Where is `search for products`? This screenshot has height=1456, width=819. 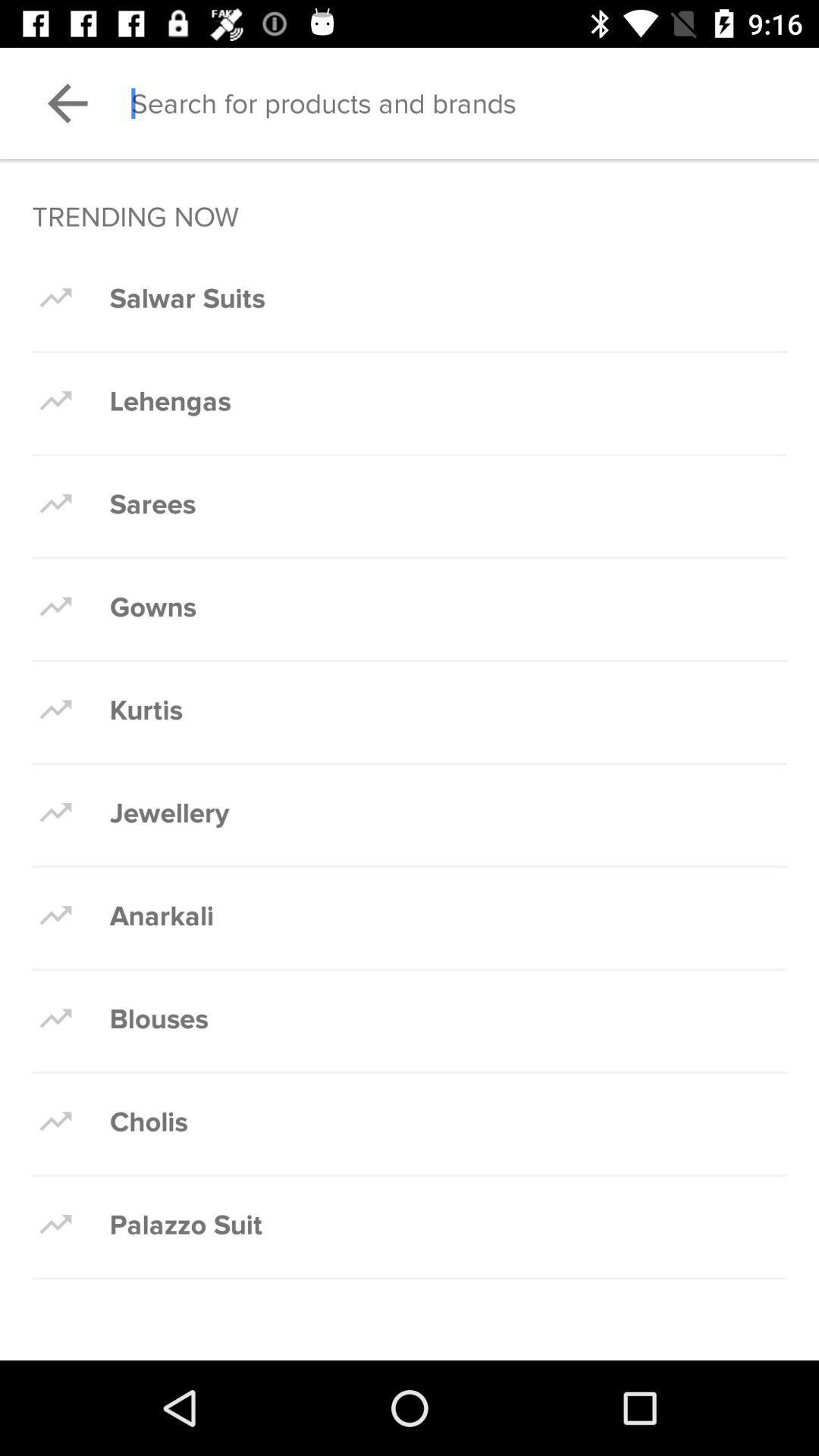
search for products is located at coordinates (474, 102).